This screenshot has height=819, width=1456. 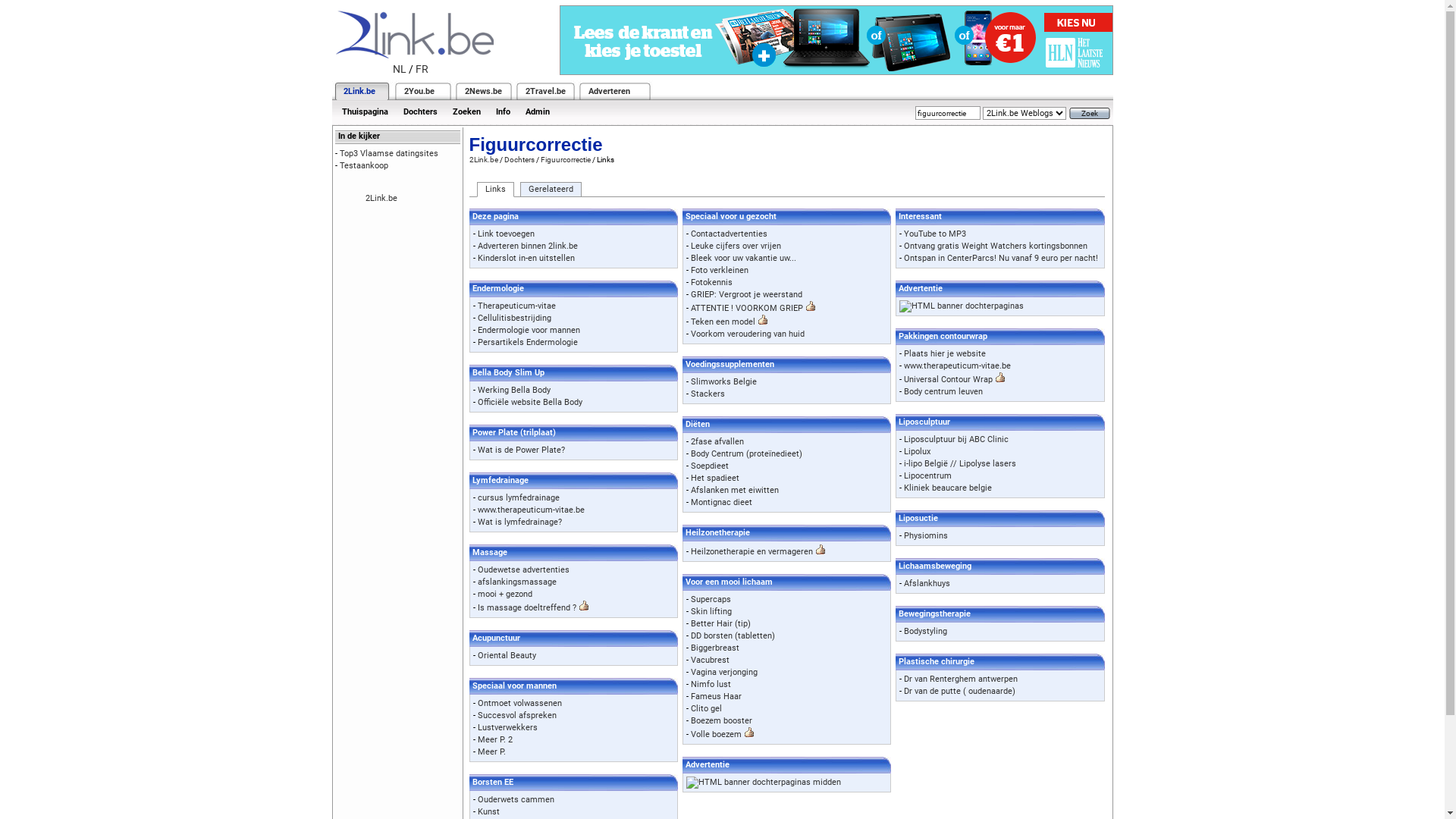 I want to click on 'Fotokennis', so click(x=711, y=282).